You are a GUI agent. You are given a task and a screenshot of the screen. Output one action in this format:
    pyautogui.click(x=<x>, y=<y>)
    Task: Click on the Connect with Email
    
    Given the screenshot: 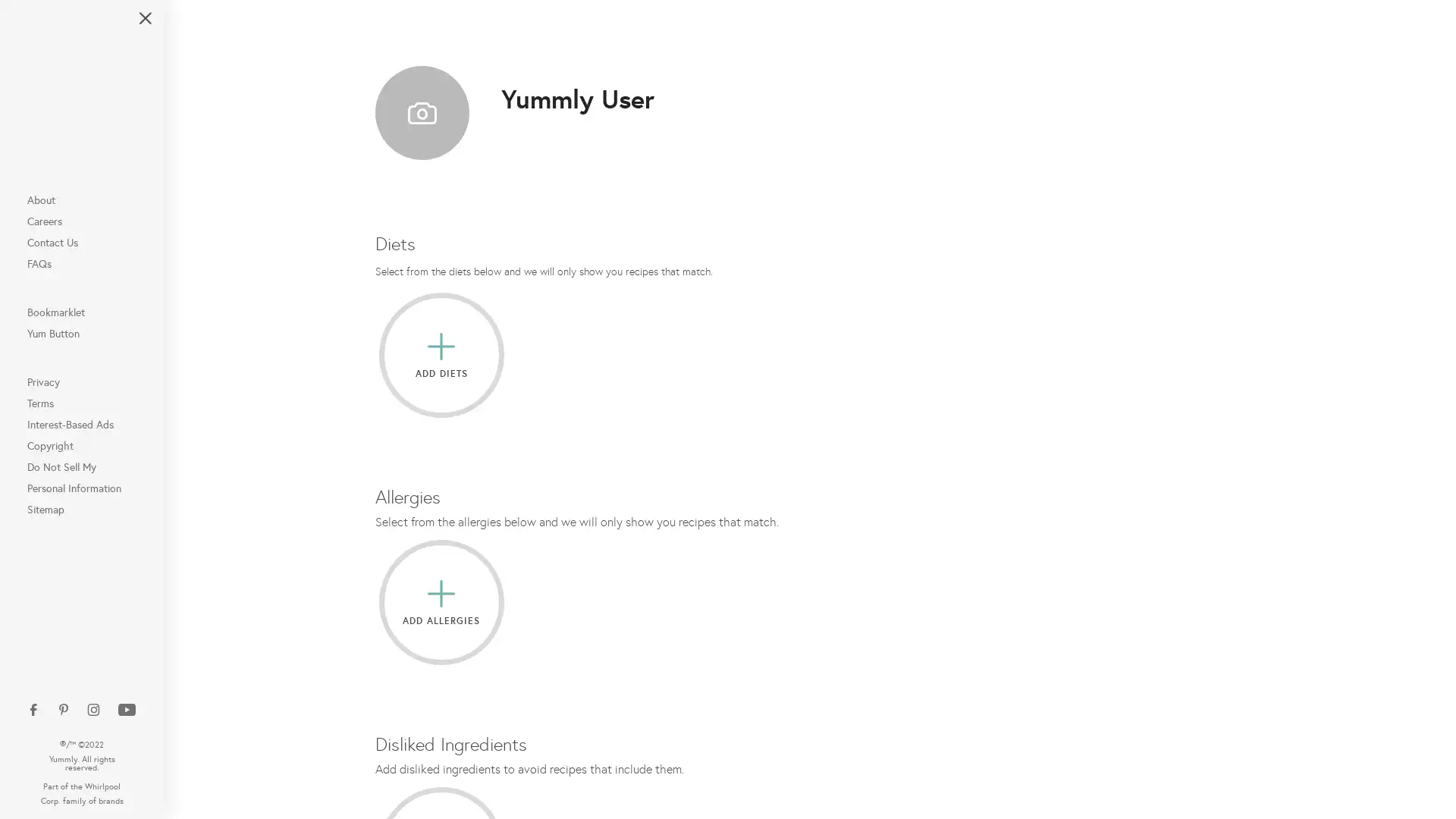 What is the action you would take?
    pyautogui.click(x=808, y=509)
    